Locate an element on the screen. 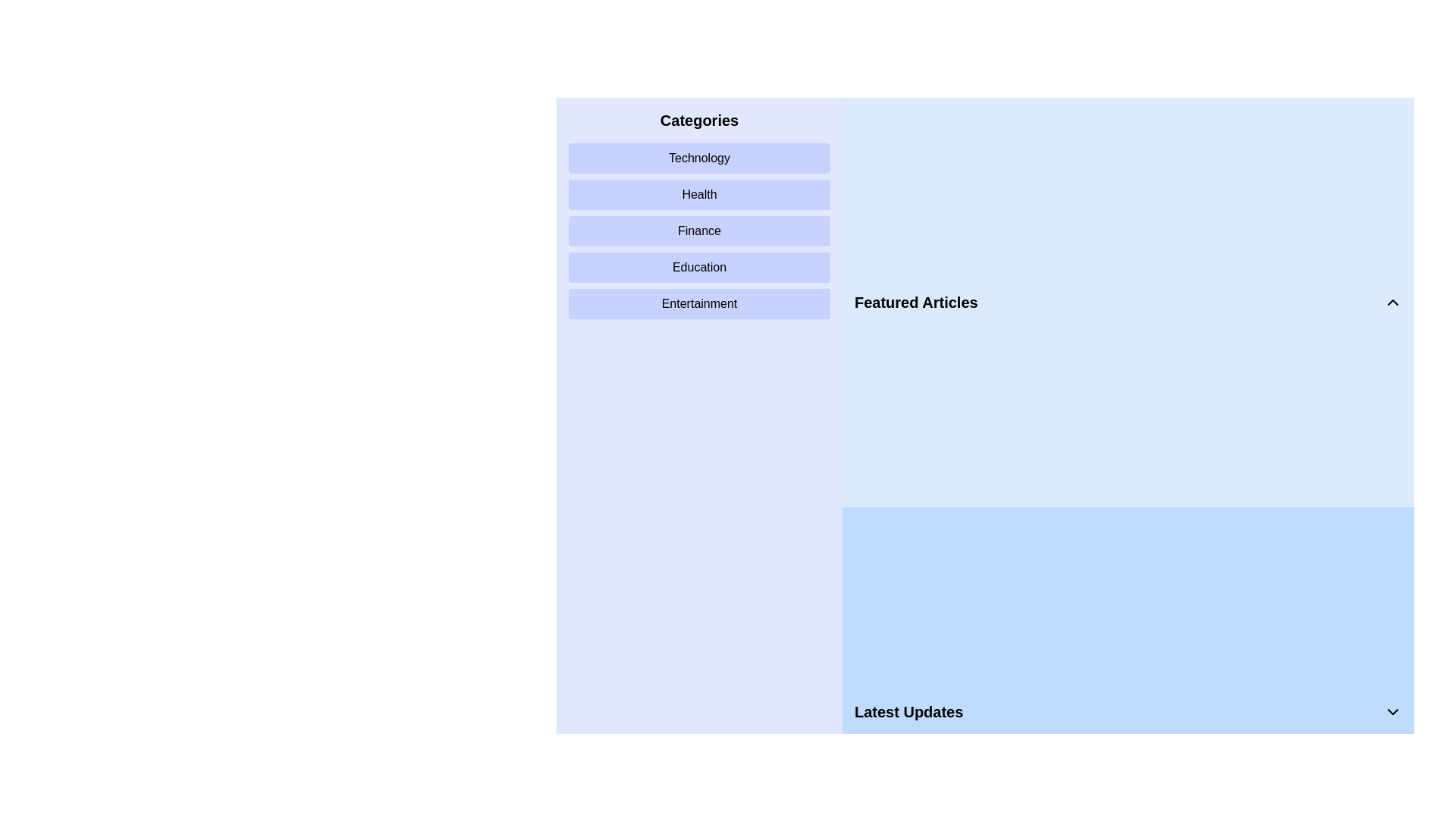  the 'Finance' button, which is the third button in the vertical list under the 'Categories' section, positioned between the 'Health' and 'Education' buttons, to trigger the hover effect is located at coordinates (698, 231).